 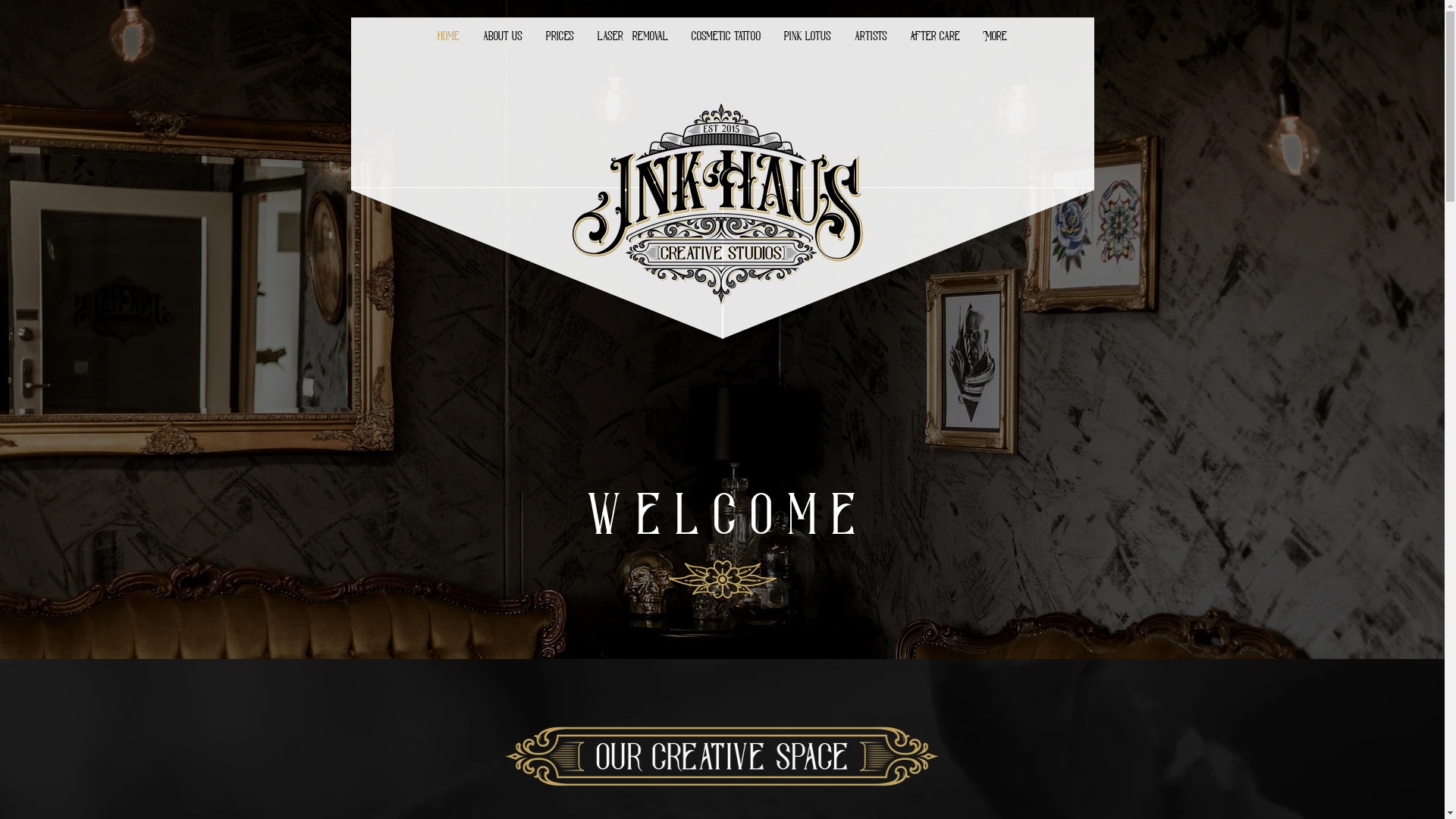 I want to click on 'home', so click(x=447, y=35).